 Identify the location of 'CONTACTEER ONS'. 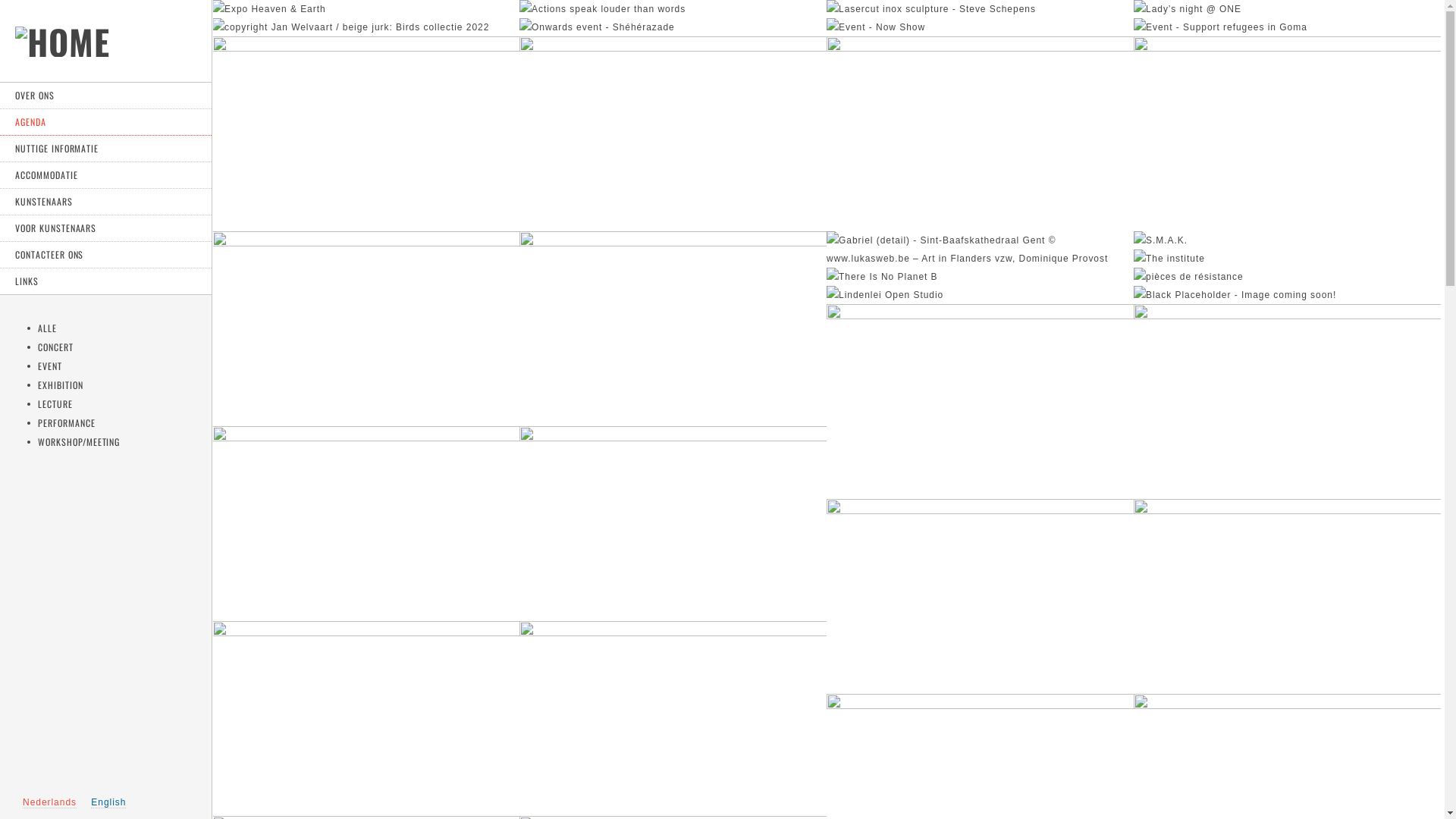
(0, 254).